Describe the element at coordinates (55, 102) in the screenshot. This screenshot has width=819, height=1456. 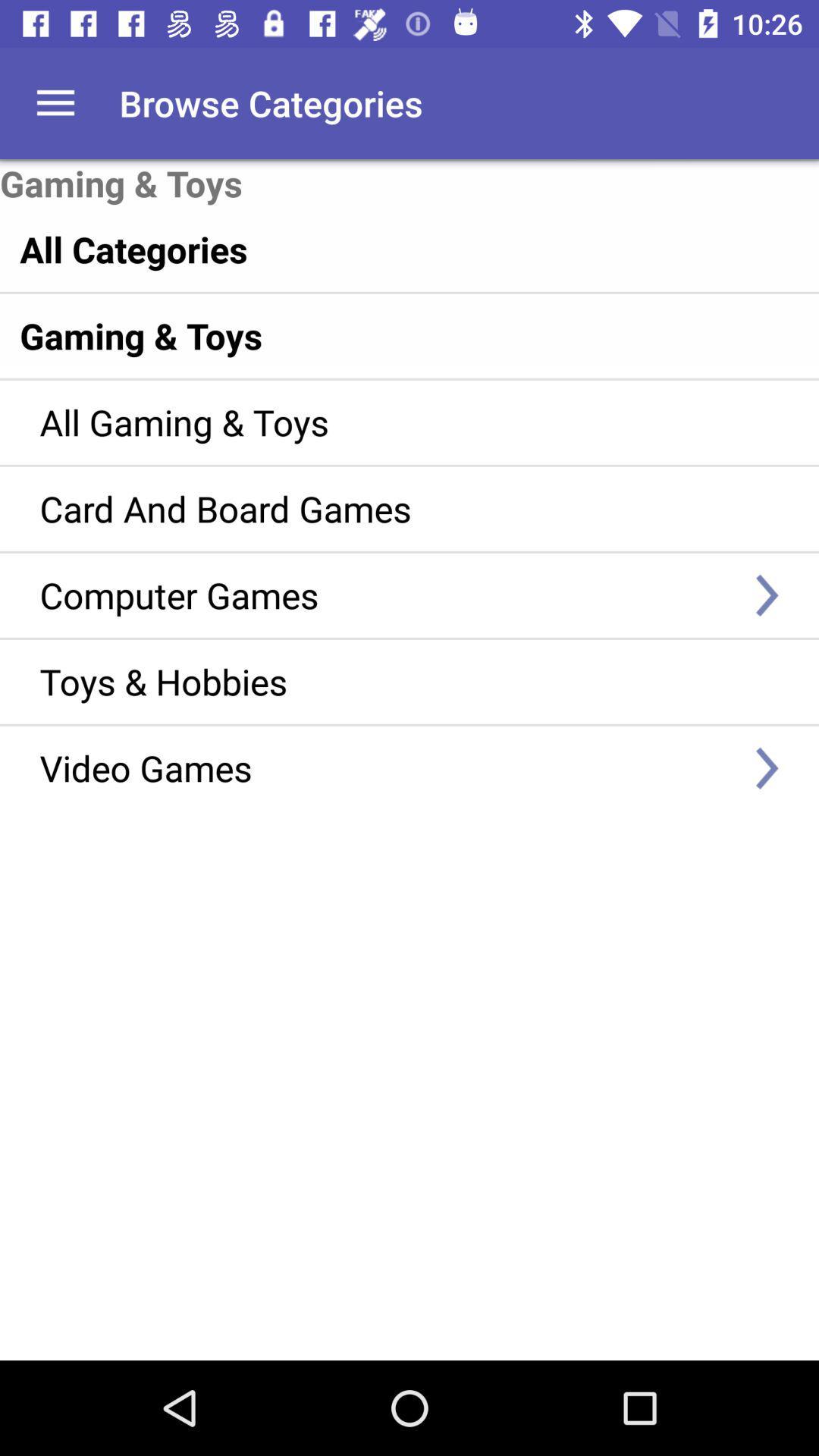
I see `the icon to the left of browse categories icon` at that location.